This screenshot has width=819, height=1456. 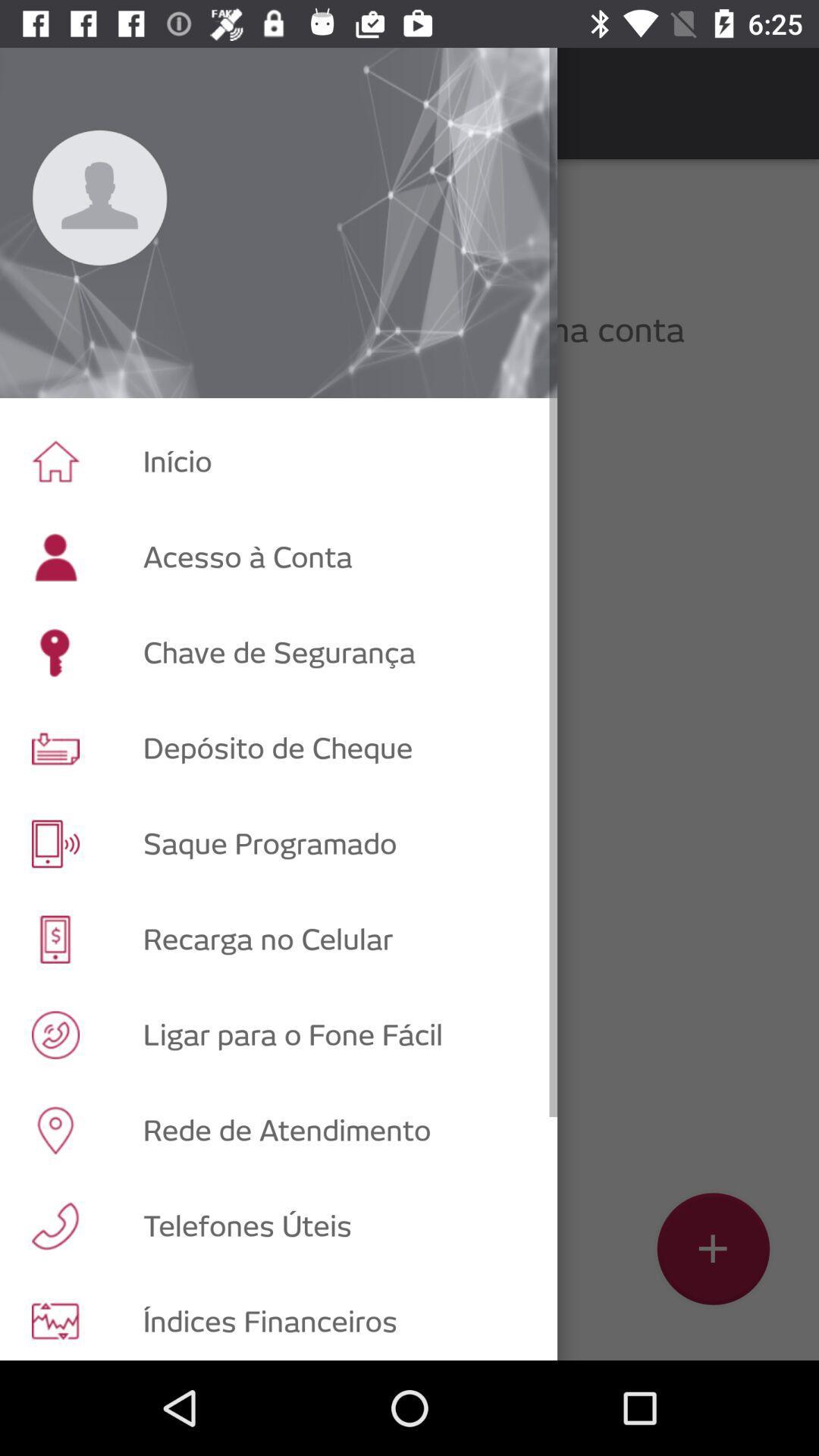 I want to click on the add icon, so click(x=713, y=1254).